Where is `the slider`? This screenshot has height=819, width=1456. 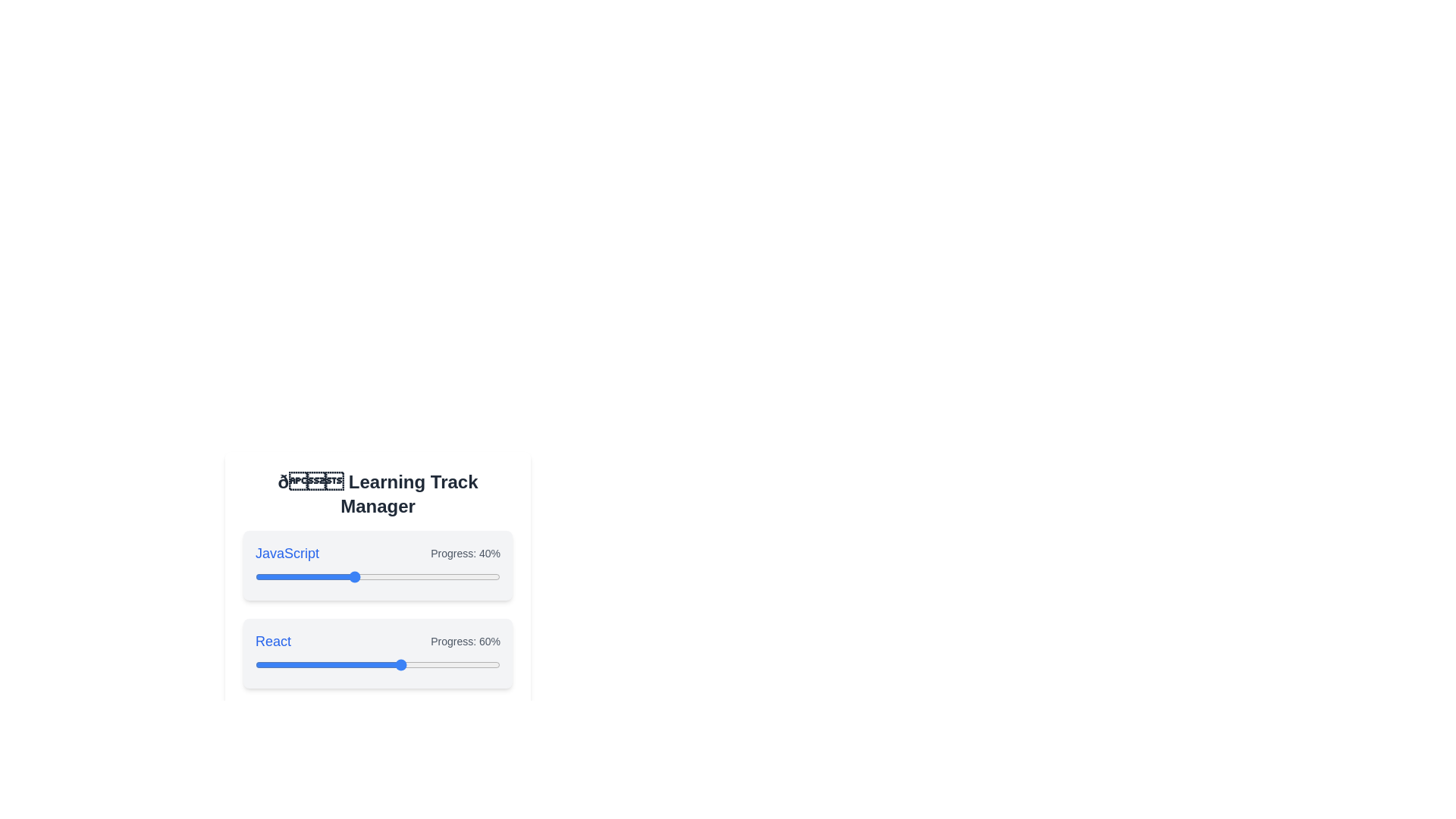
the slider is located at coordinates (345, 752).